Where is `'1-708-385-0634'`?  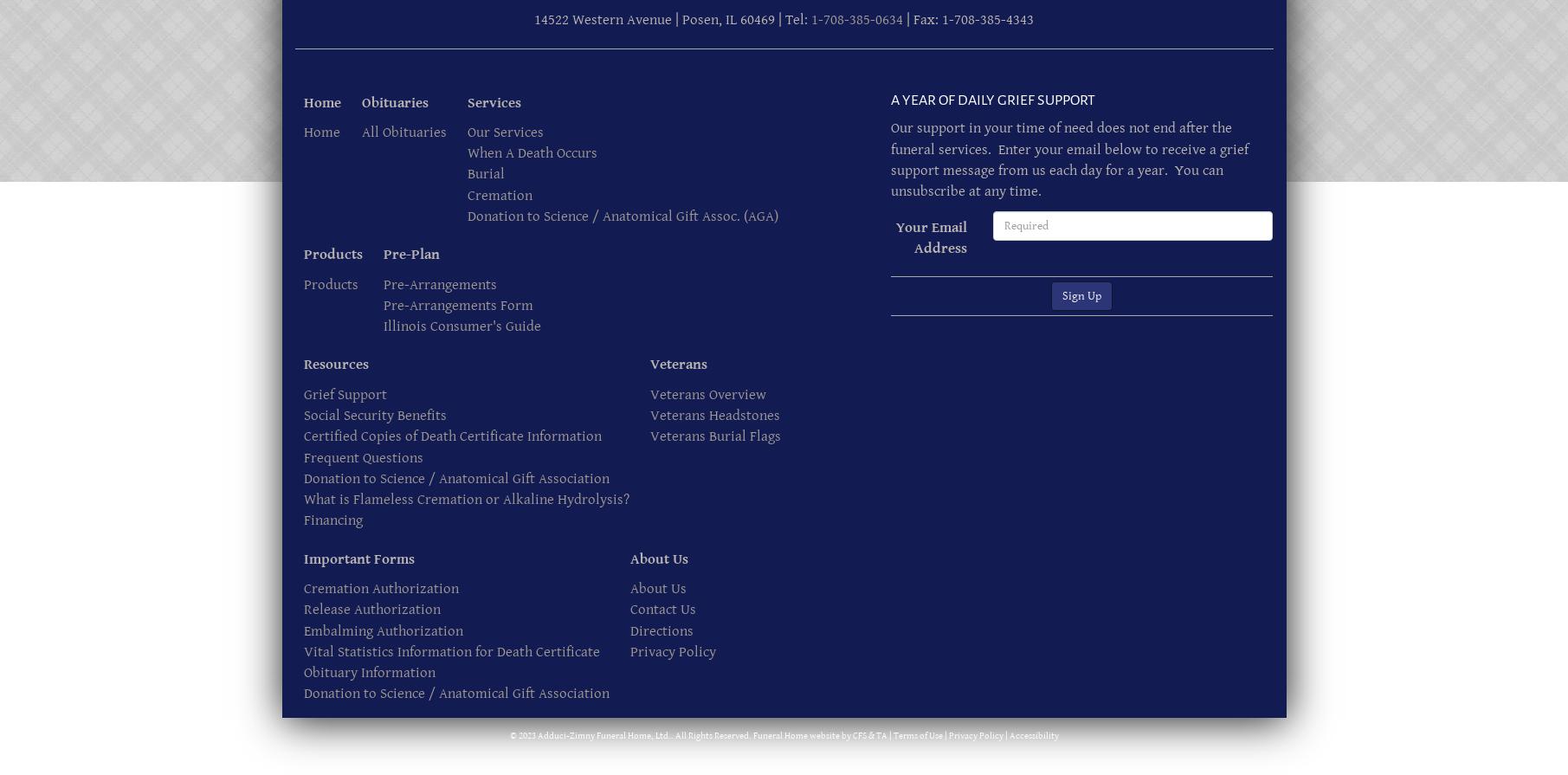 '1-708-385-0634' is located at coordinates (856, 20).